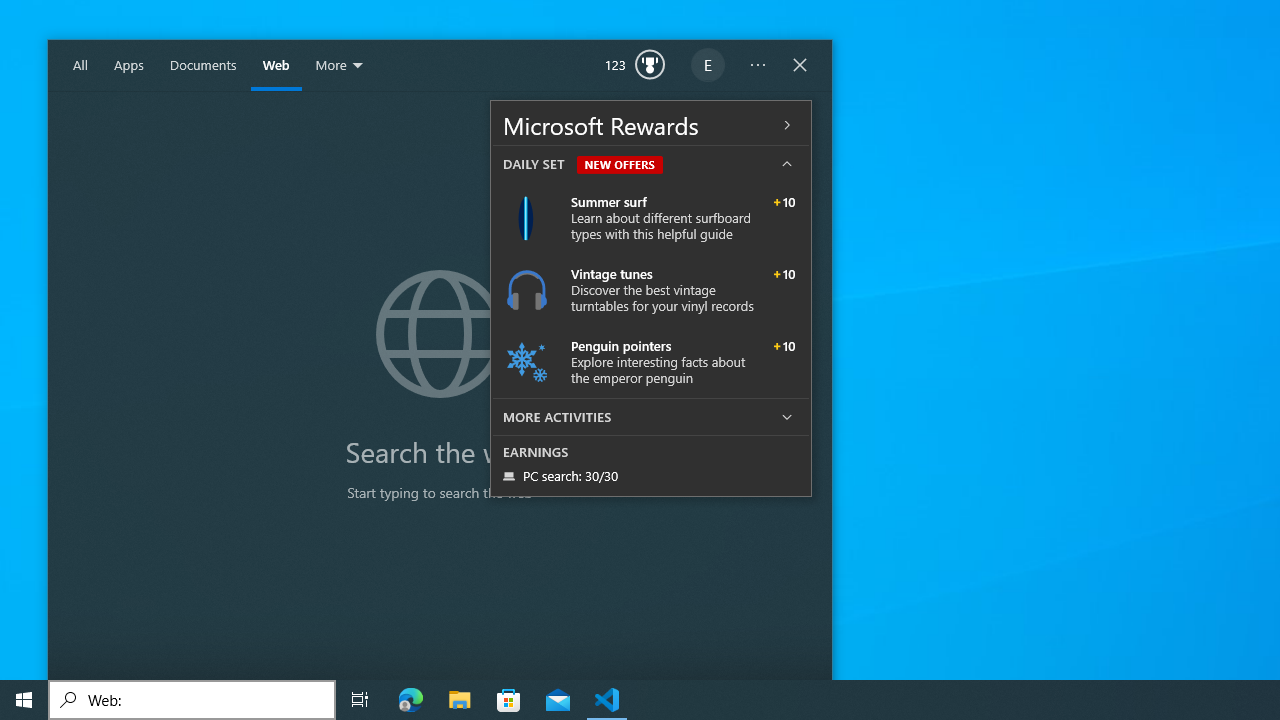 This screenshot has width=1280, height=720. I want to click on 'EugeneLedger601@outlook.com', so click(707, 65).